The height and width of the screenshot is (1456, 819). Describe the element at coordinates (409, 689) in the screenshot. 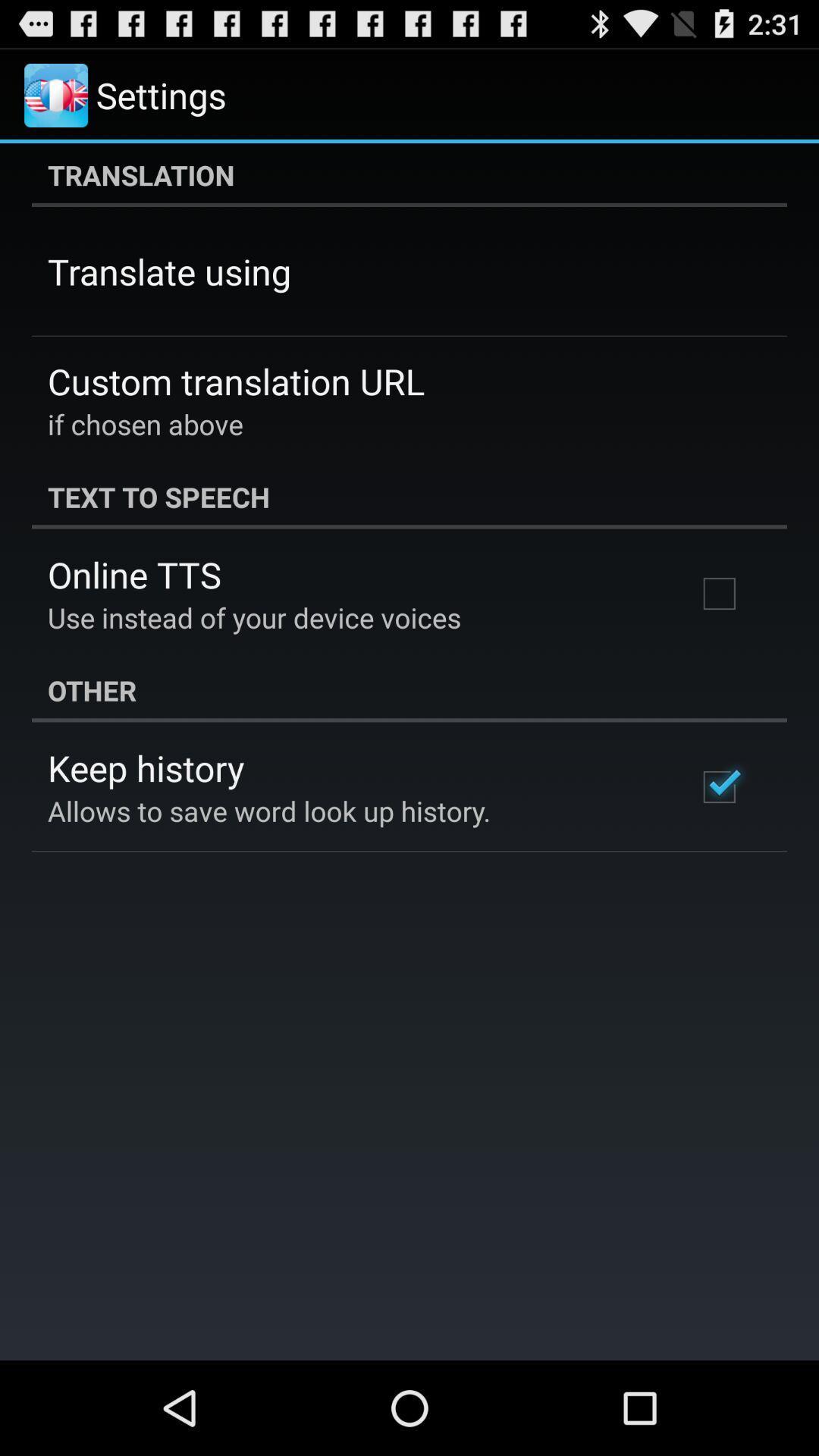

I see `other icon` at that location.